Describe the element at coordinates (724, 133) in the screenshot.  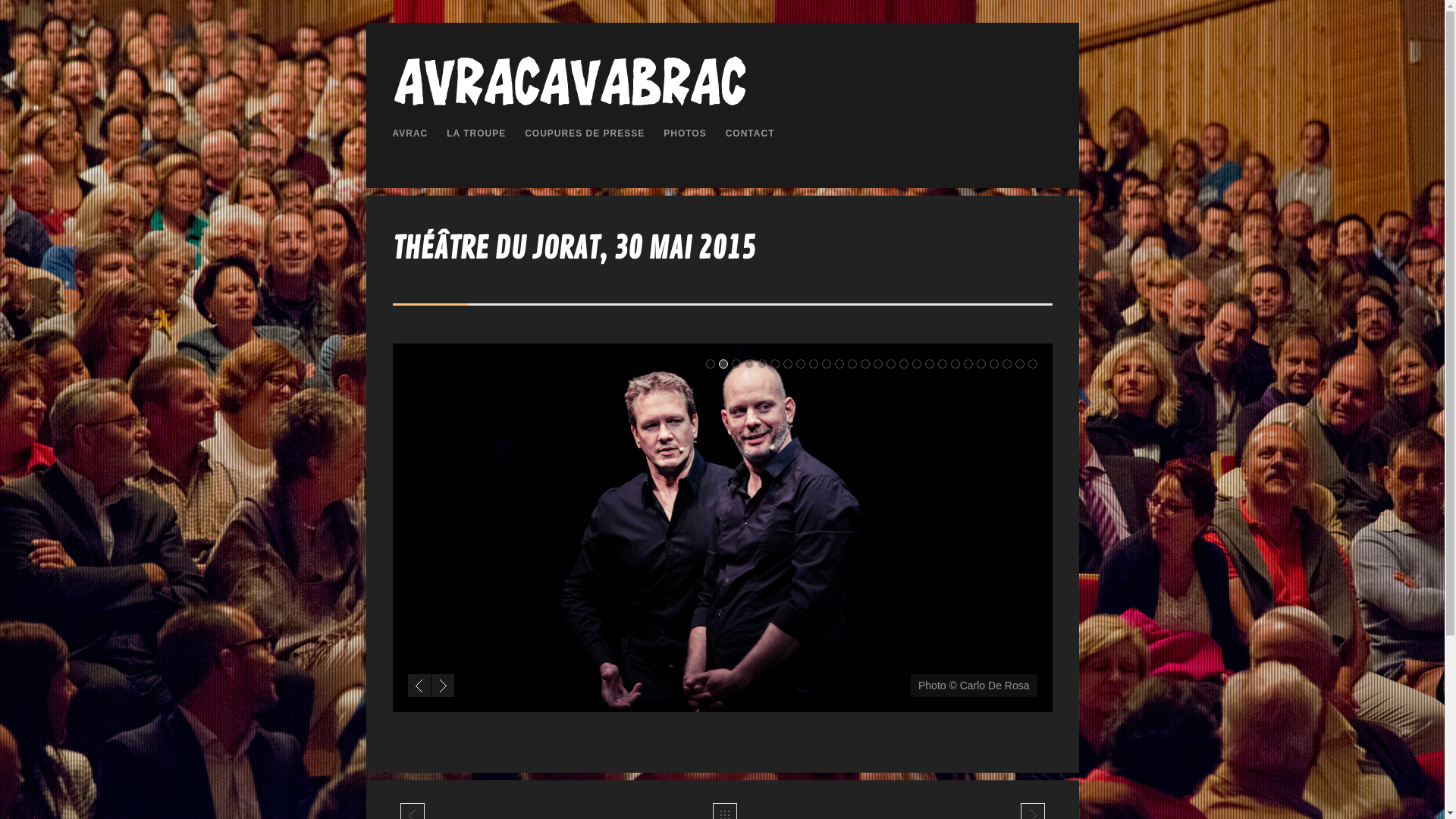
I see `'CONTACT'` at that location.